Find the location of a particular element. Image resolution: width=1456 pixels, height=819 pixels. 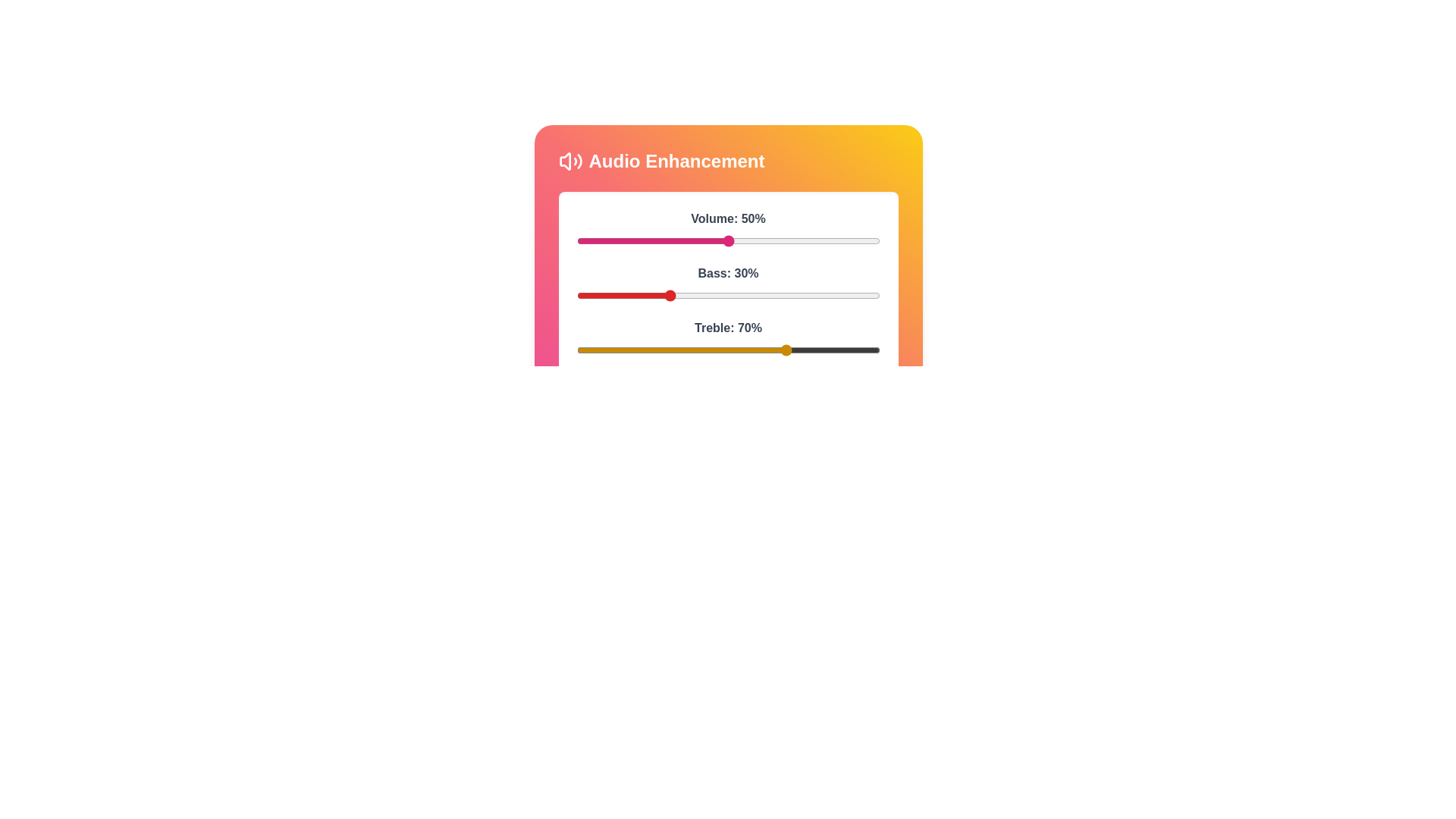

the Text Label element displaying 'Treble: 70%' which is styled in bold and charcoal-gray, located above the slider control is located at coordinates (728, 327).